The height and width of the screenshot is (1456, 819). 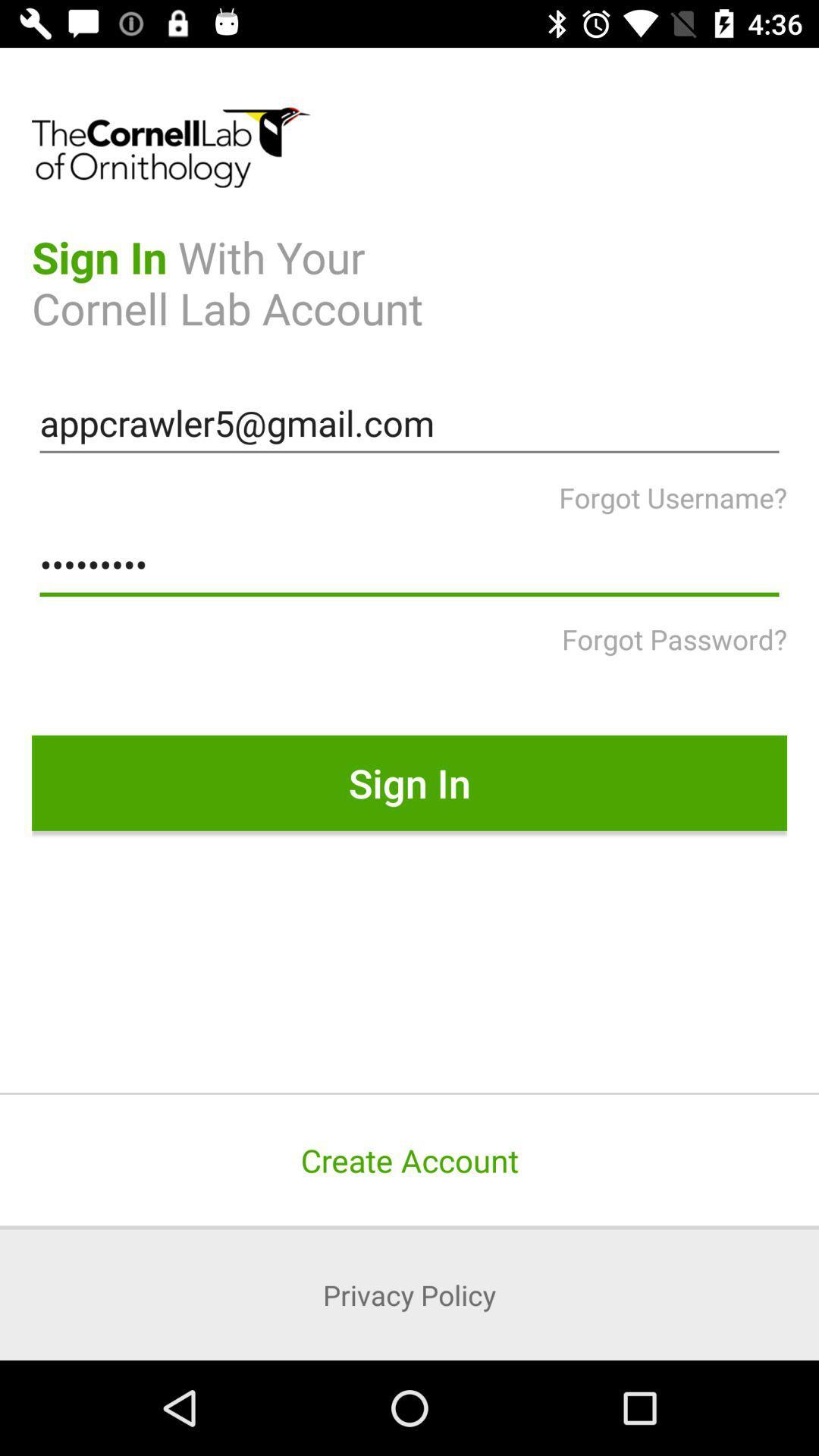 I want to click on the item above forgot username? item, so click(x=409, y=423).